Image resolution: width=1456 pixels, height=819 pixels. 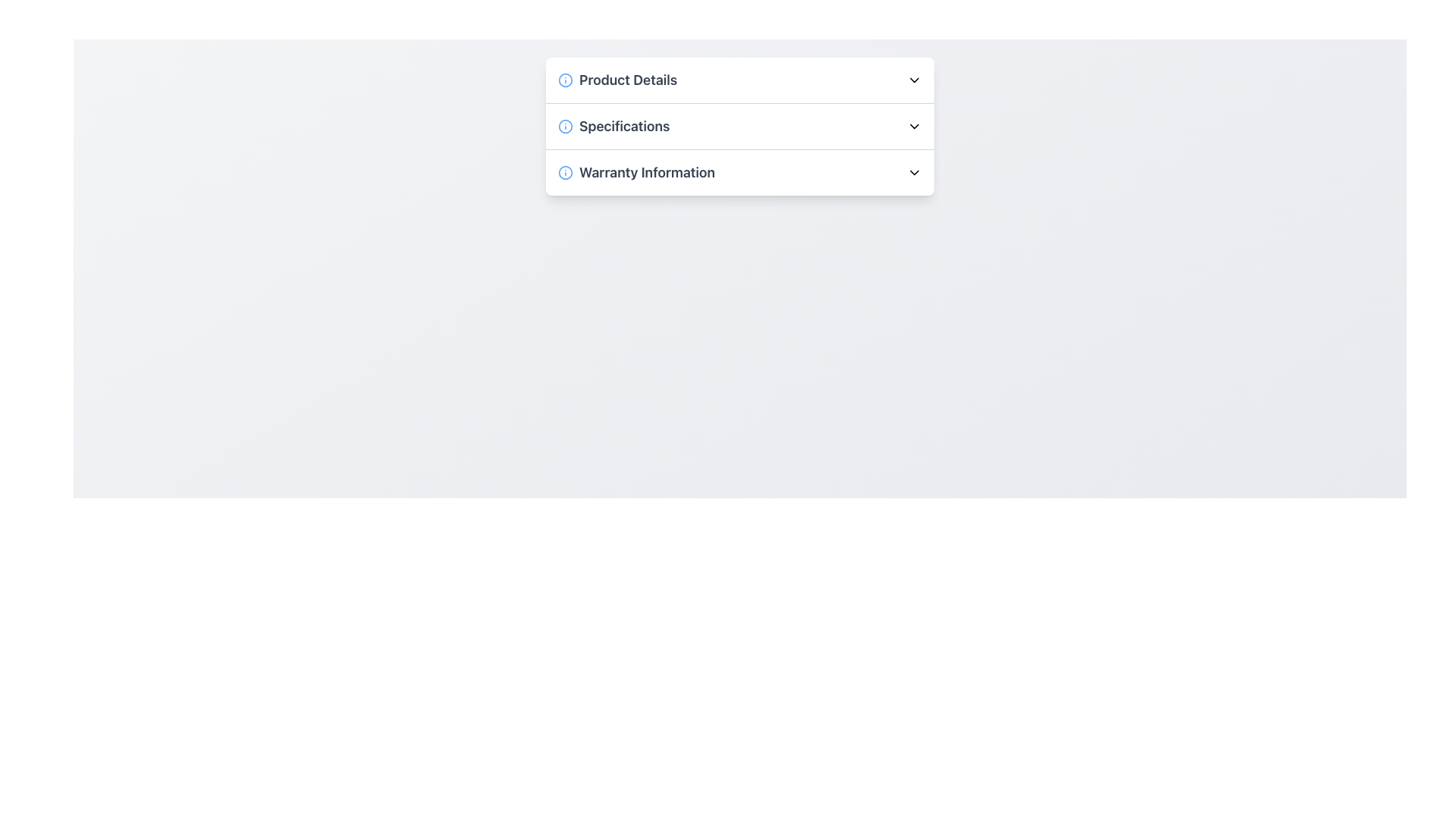 I want to click on the circular icon associated with the 'Specifications' section located on the left side of its row in the vertical list, so click(x=564, y=125).